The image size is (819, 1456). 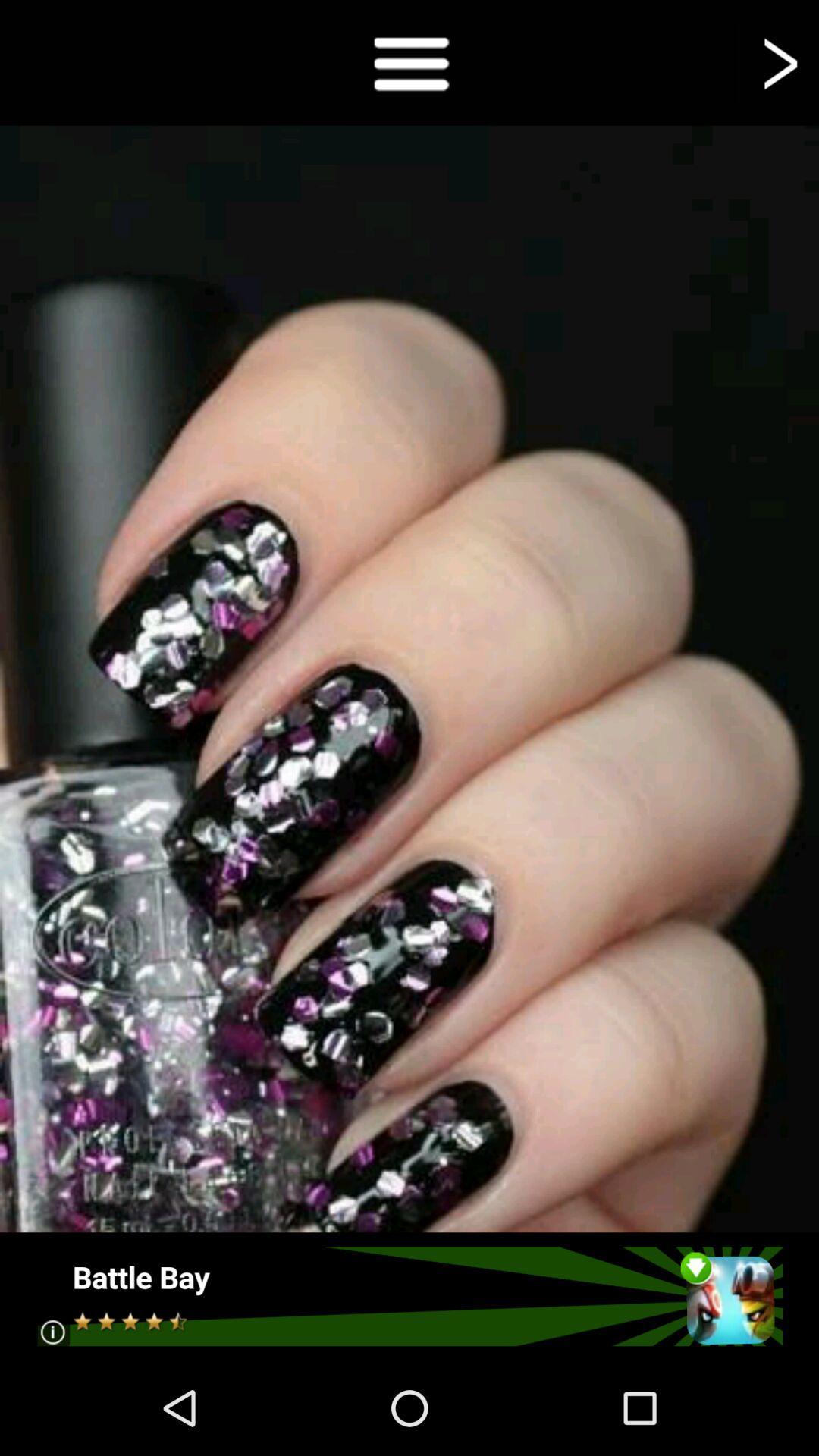 I want to click on next, so click(x=778, y=61).